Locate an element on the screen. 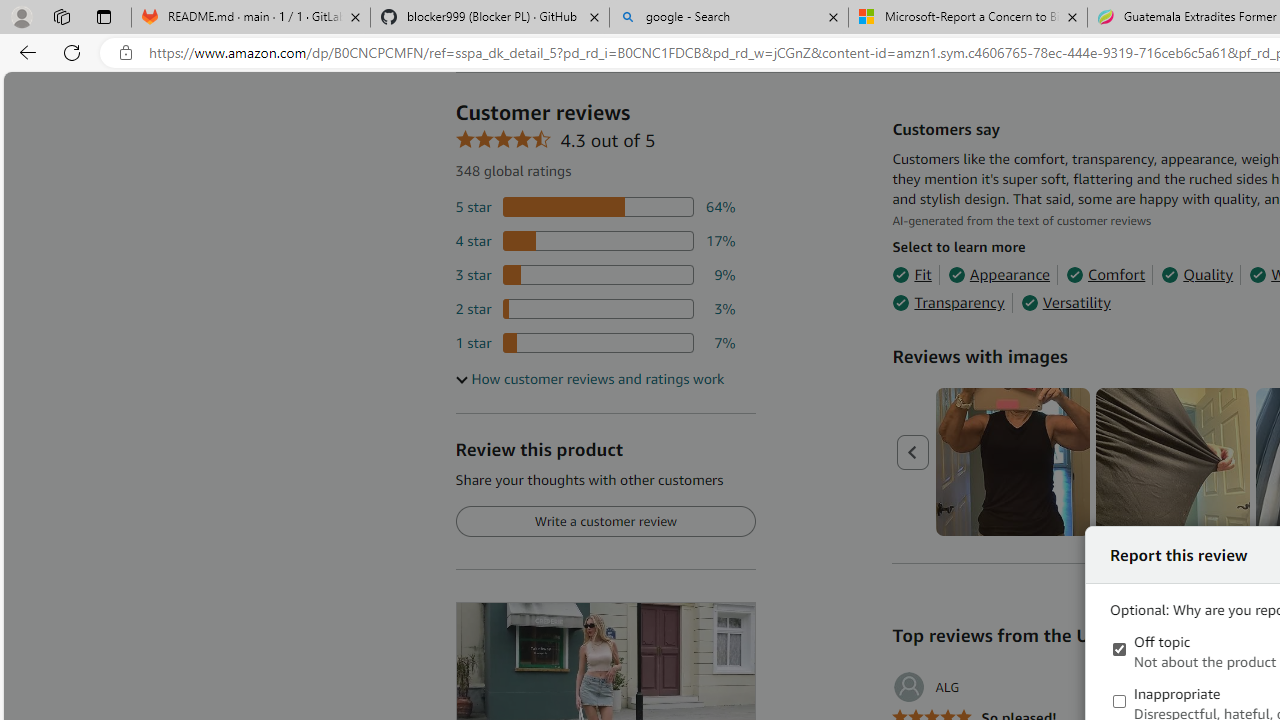 This screenshot has width=1280, height=720. 'Versatility' is located at coordinates (1064, 303).